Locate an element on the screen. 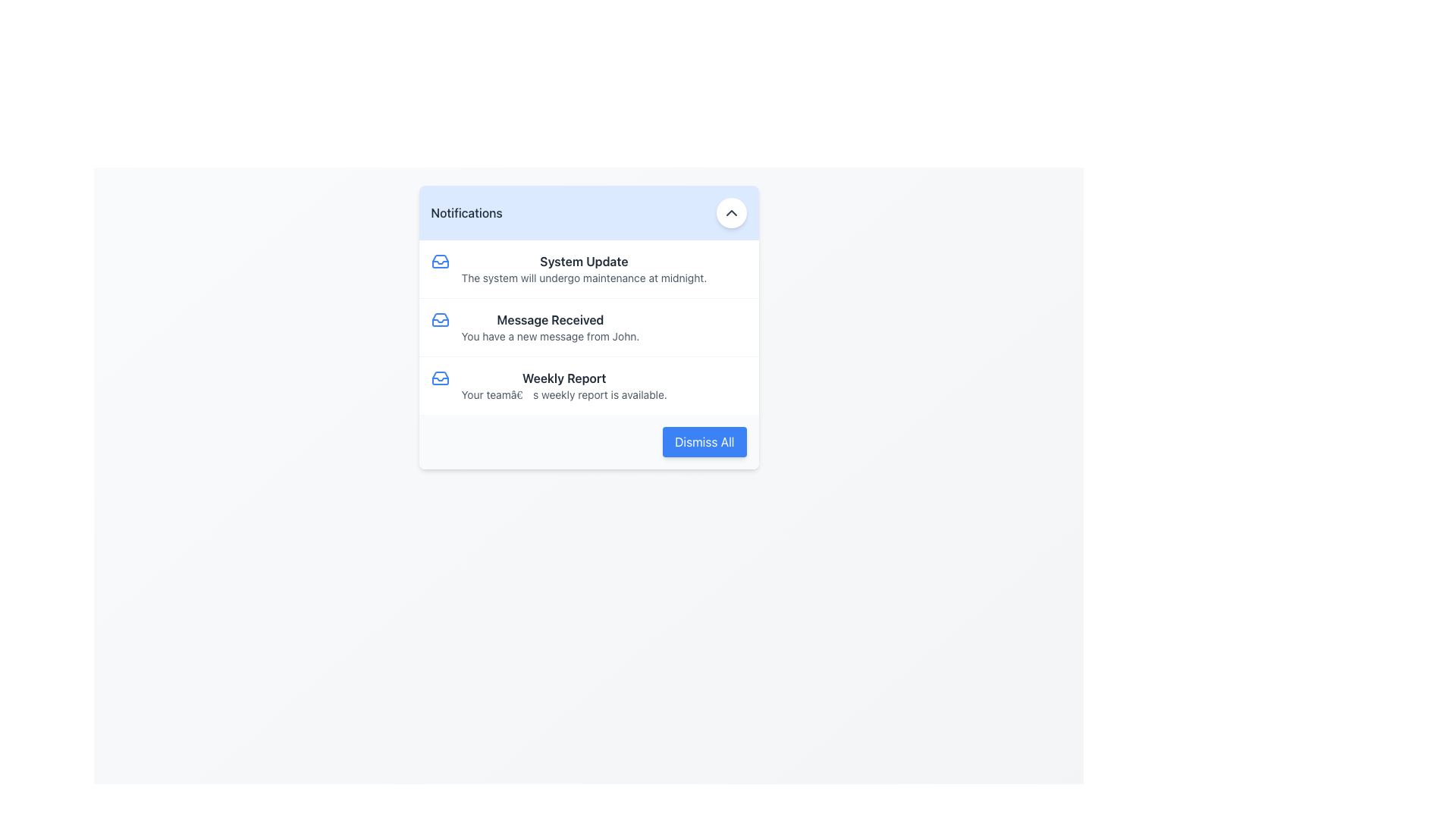  the notification line indicating the availability of the weekly report for the user’s team, which is the third item in the vertical notification list is located at coordinates (588, 385).